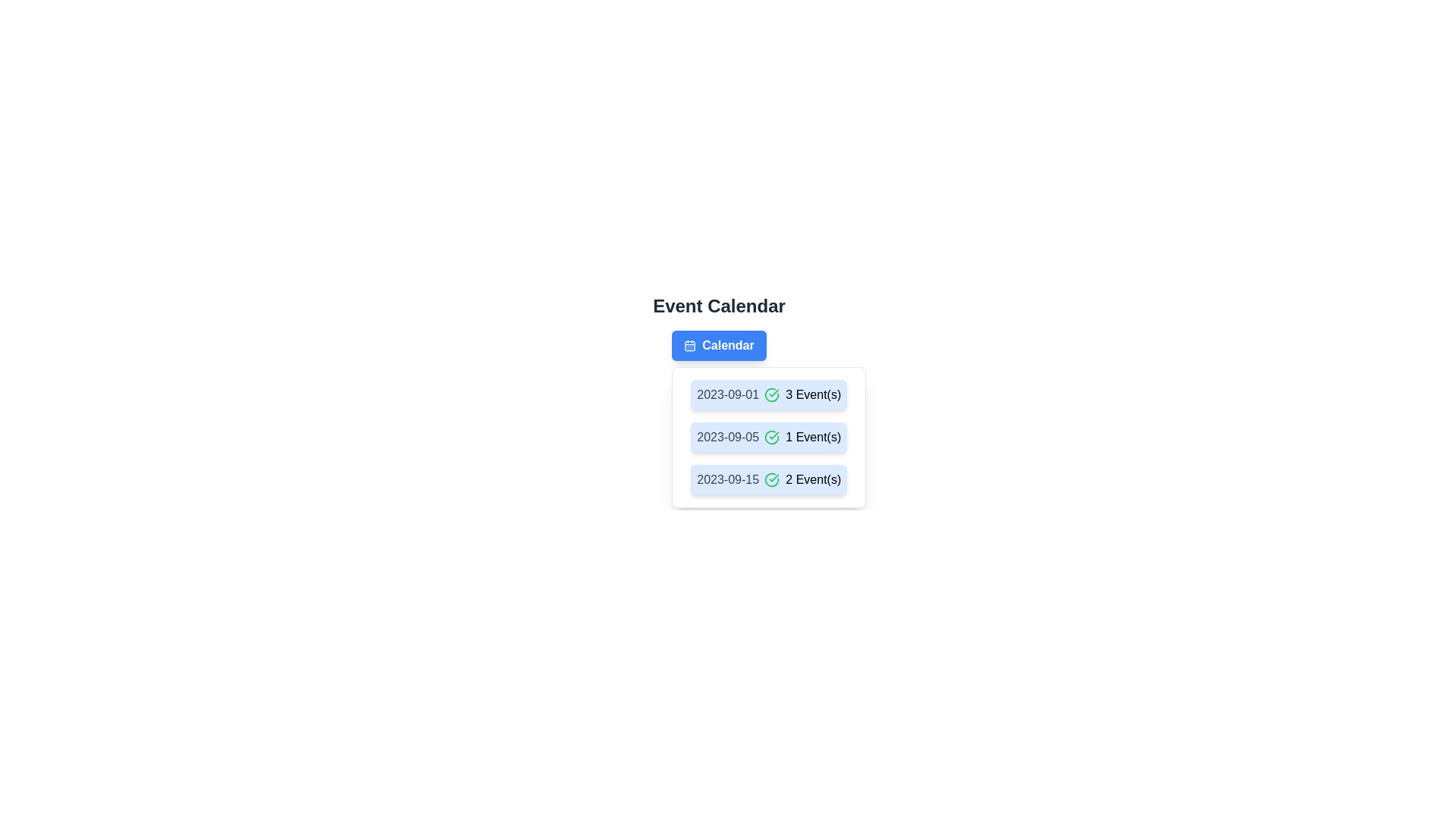  What do you see at coordinates (772, 438) in the screenshot?
I see `the status indicator icon associated with the event on '2023-09-05', which is the first item in its horizontal group and located to the left of the text '1 Event(s)'` at bounding box center [772, 438].